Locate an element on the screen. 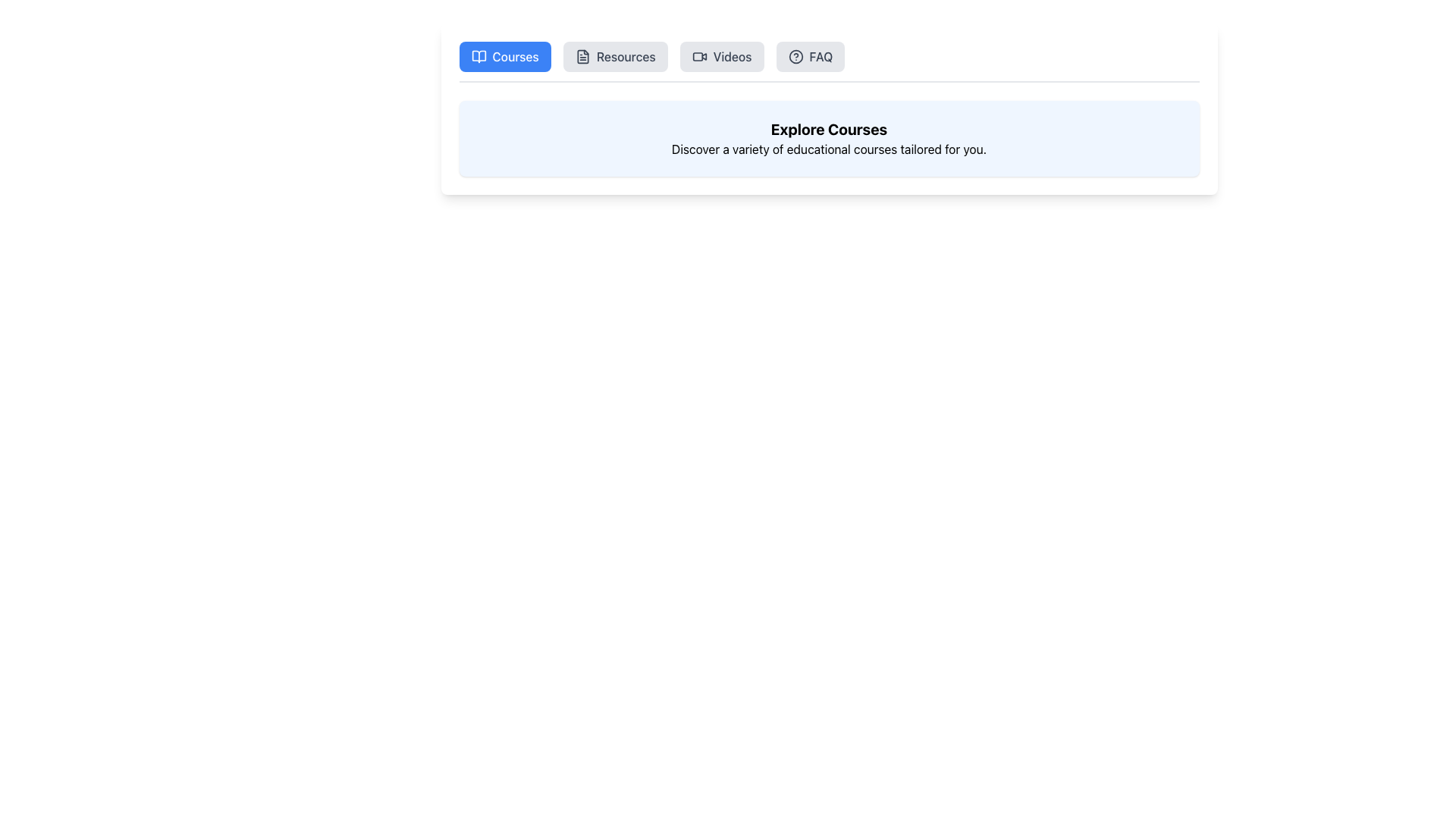 The width and height of the screenshot is (1456, 819). the 'Courses' button, which is a horizontally rectangular button with rounded corners, blue background, and white text, located in the top-middle navigation bar is located at coordinates (505, 55).